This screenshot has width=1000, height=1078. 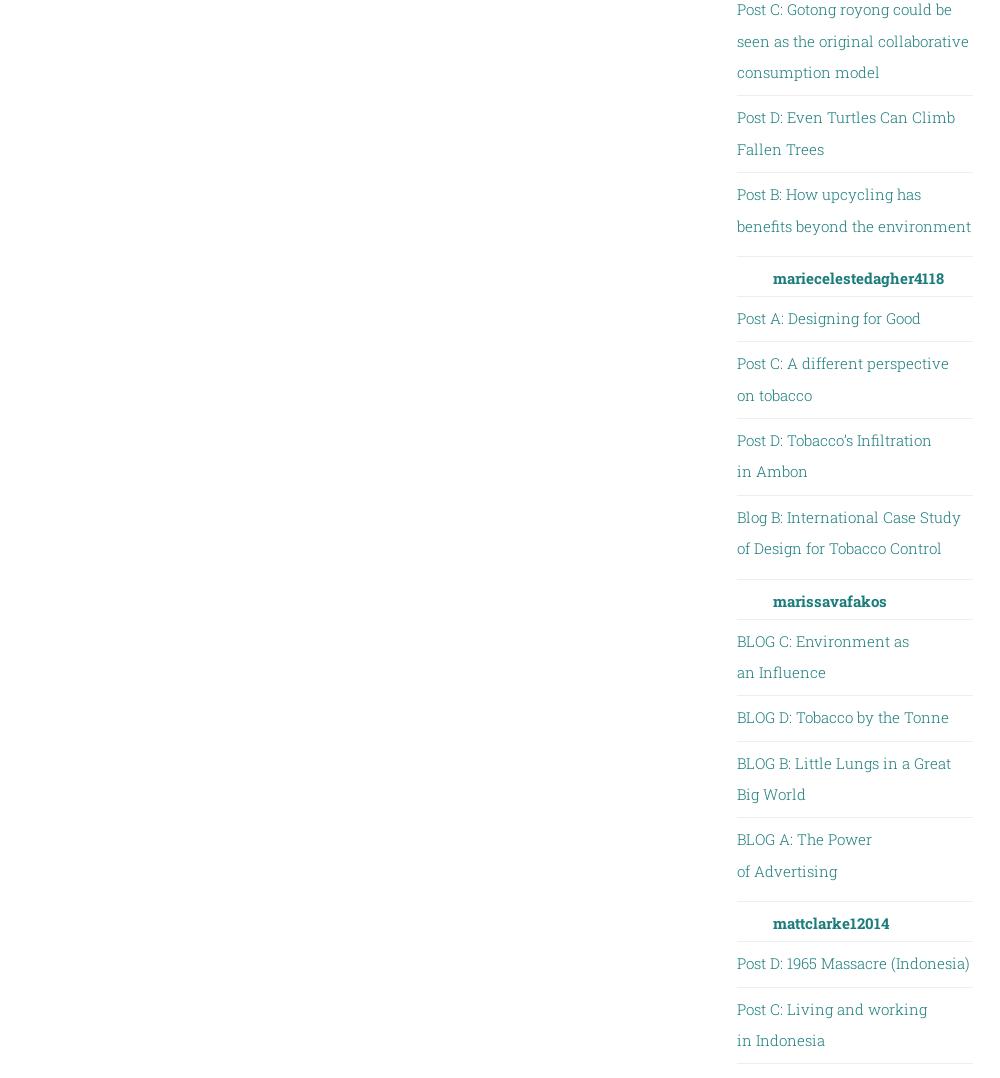 What do you see at coordinates (847, 531) in the screenshot?
I see `'Blog B: International Case Study of Design for Tobacco Control'` at bounding box center [847, 531].